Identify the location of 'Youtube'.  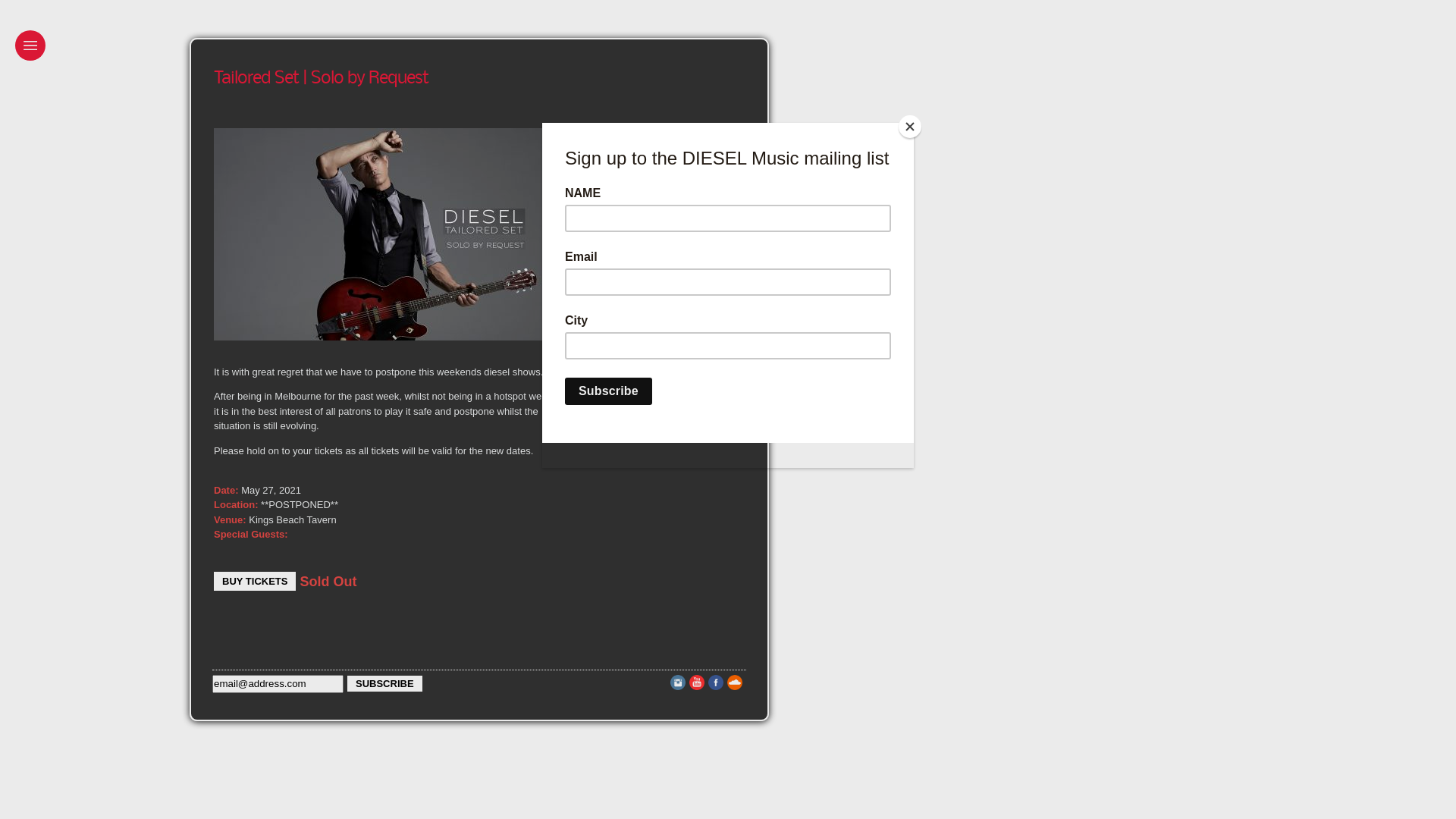
(695, 686).